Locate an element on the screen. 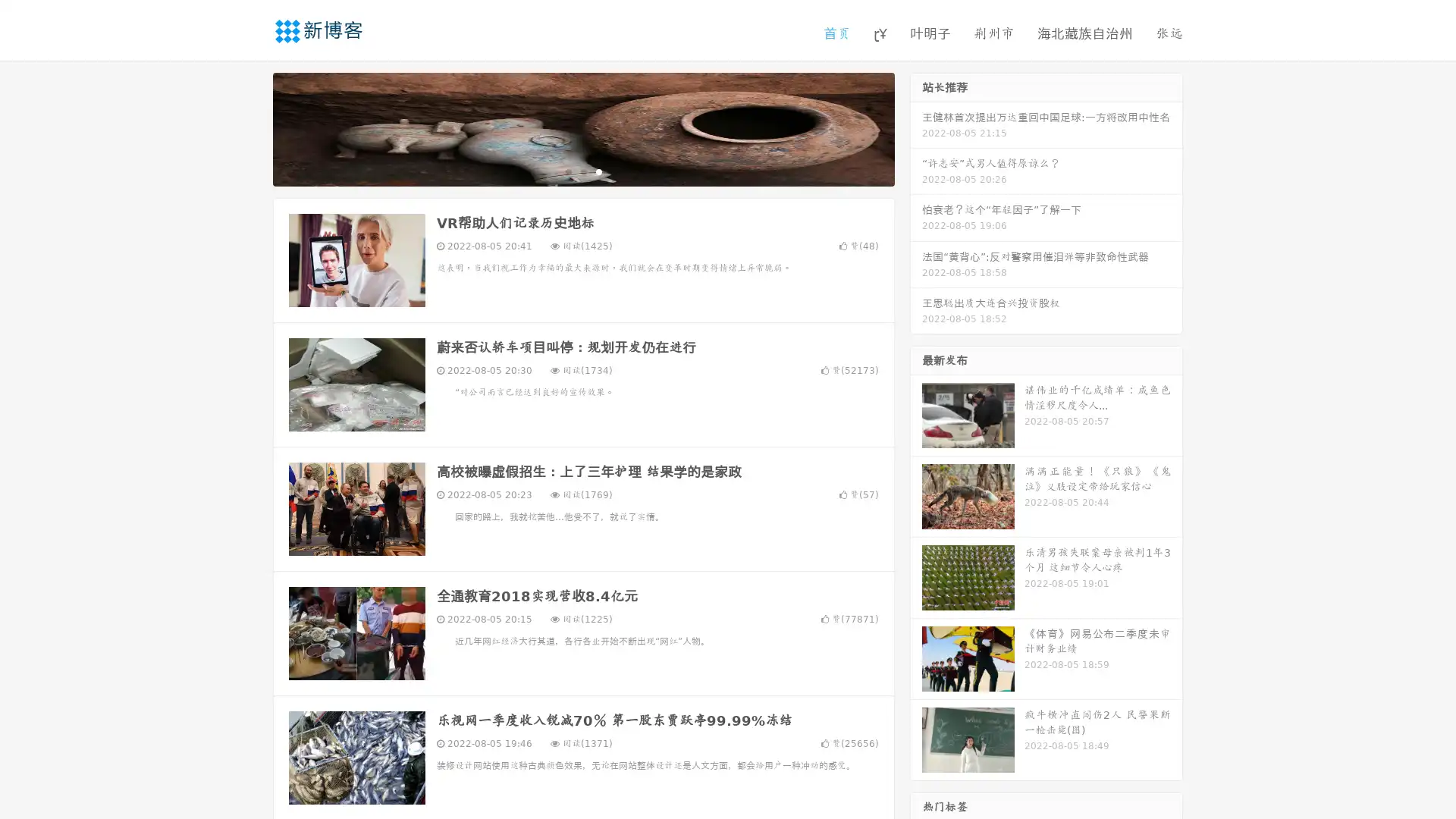 The image size is (1456, 819). Next slide is located at coordinates (916, 127).